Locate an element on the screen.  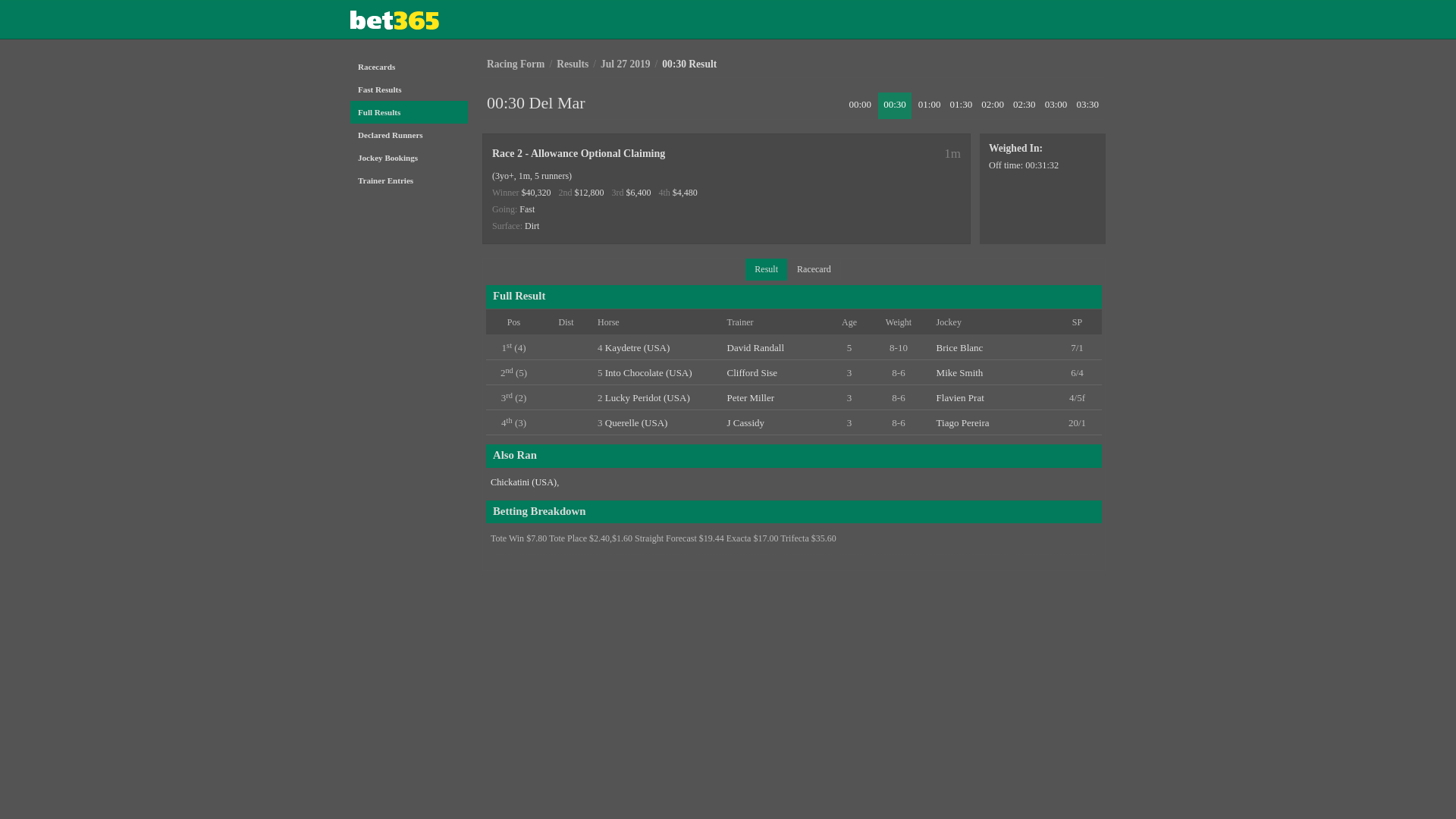
'00:30' is located at coordinates (895, 105).